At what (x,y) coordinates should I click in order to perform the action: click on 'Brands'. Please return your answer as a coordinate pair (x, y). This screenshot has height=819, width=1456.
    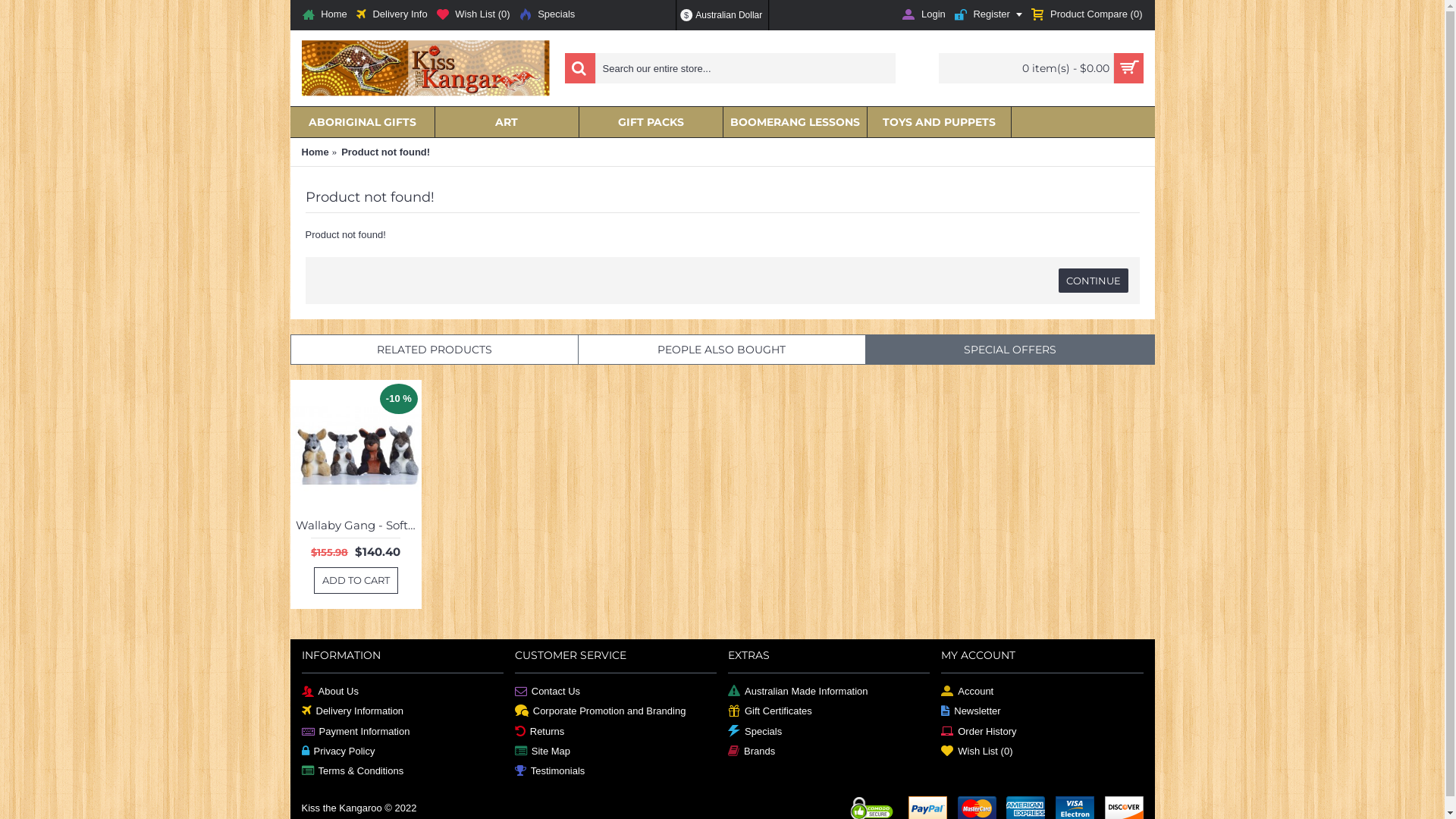
    Looking at the image, I should click on (828, 752).